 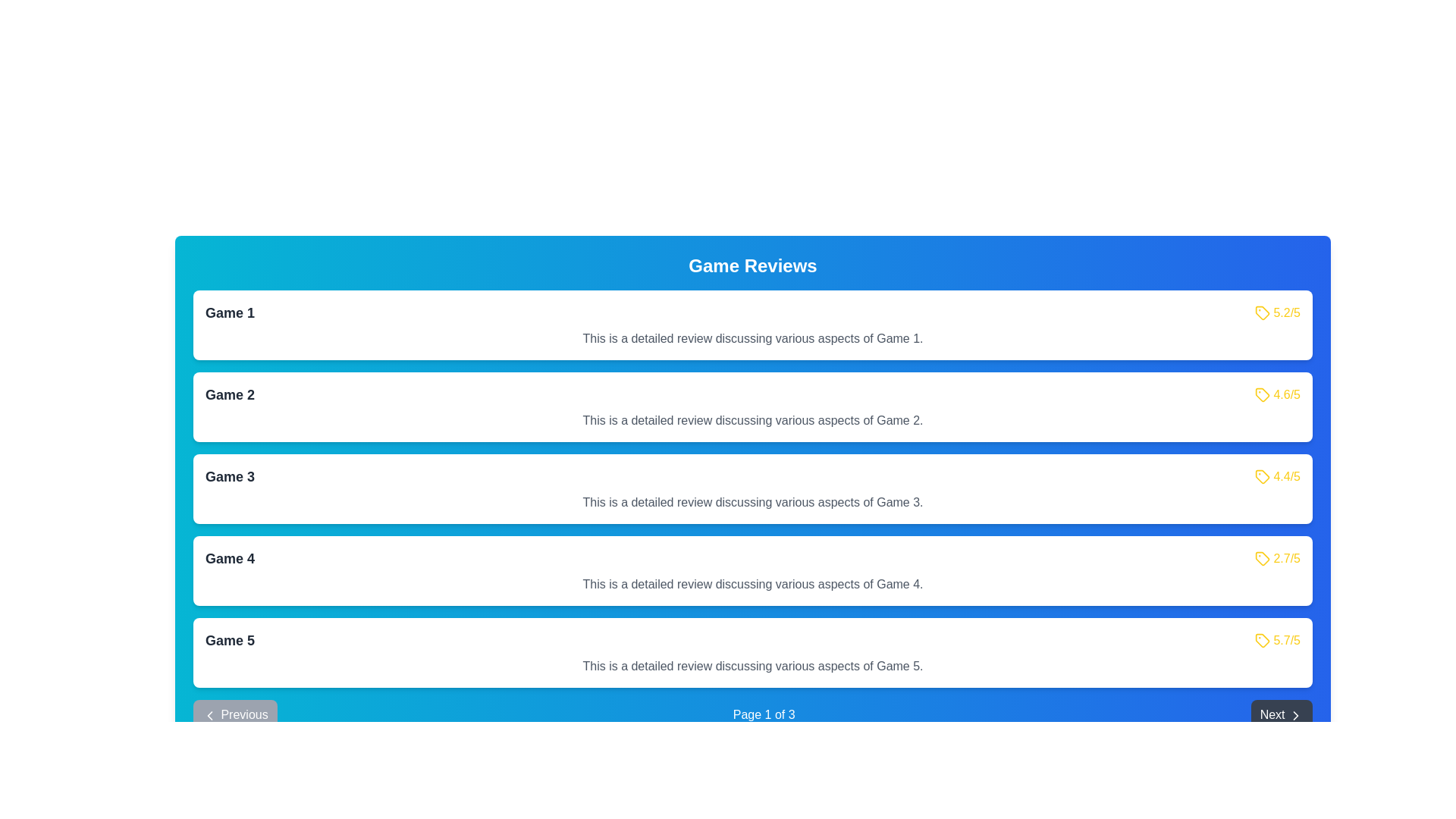 What do you see at coordinates (1294, 714) in the screenshot?
I see `the right-pointing chevron icon located at the bottom-right corner of the interface, embedded in the 'Next' button` at bounding box center [1294, 714].